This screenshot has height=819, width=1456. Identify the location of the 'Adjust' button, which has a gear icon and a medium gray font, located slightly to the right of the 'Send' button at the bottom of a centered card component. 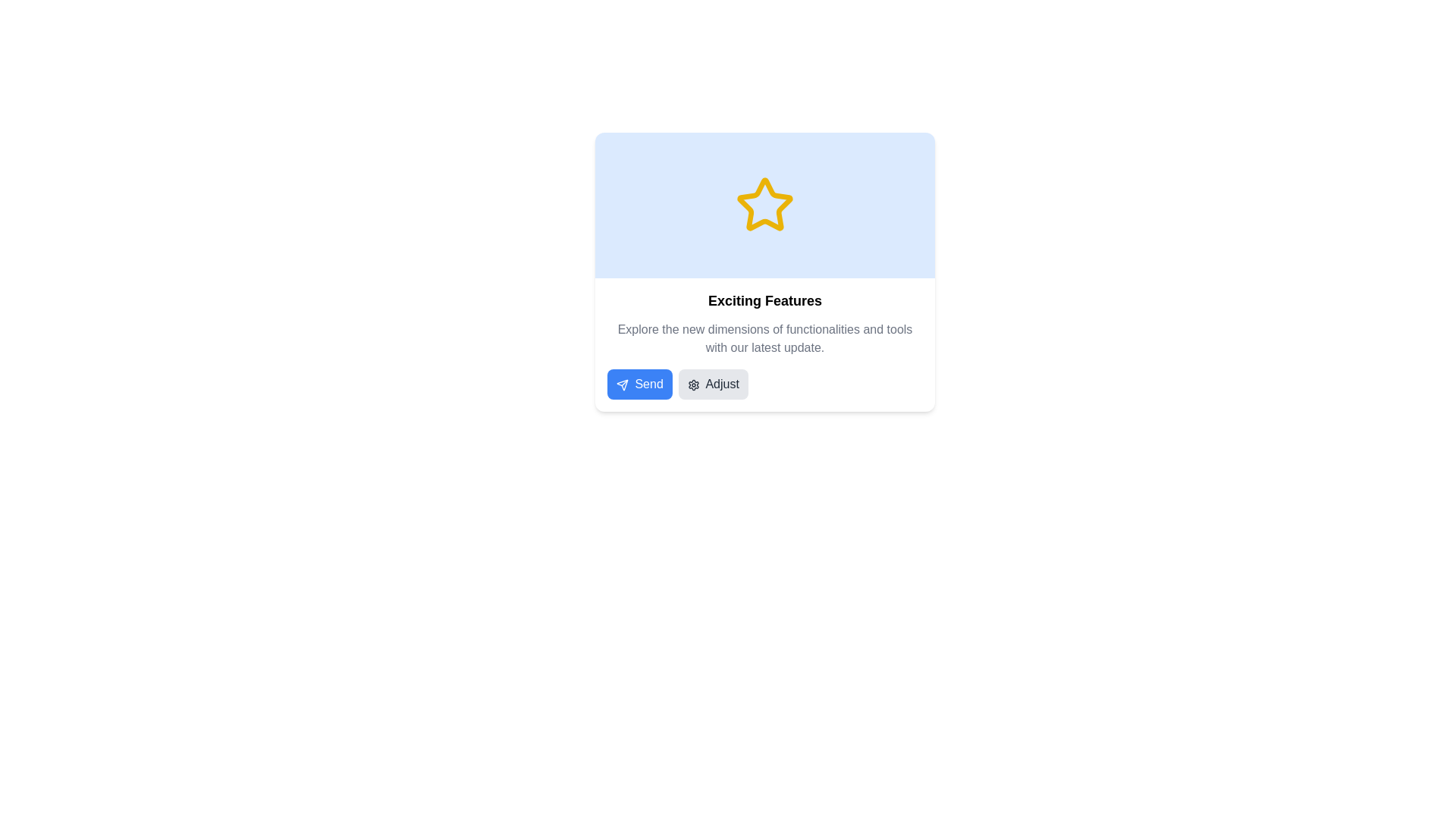
(712, 383).